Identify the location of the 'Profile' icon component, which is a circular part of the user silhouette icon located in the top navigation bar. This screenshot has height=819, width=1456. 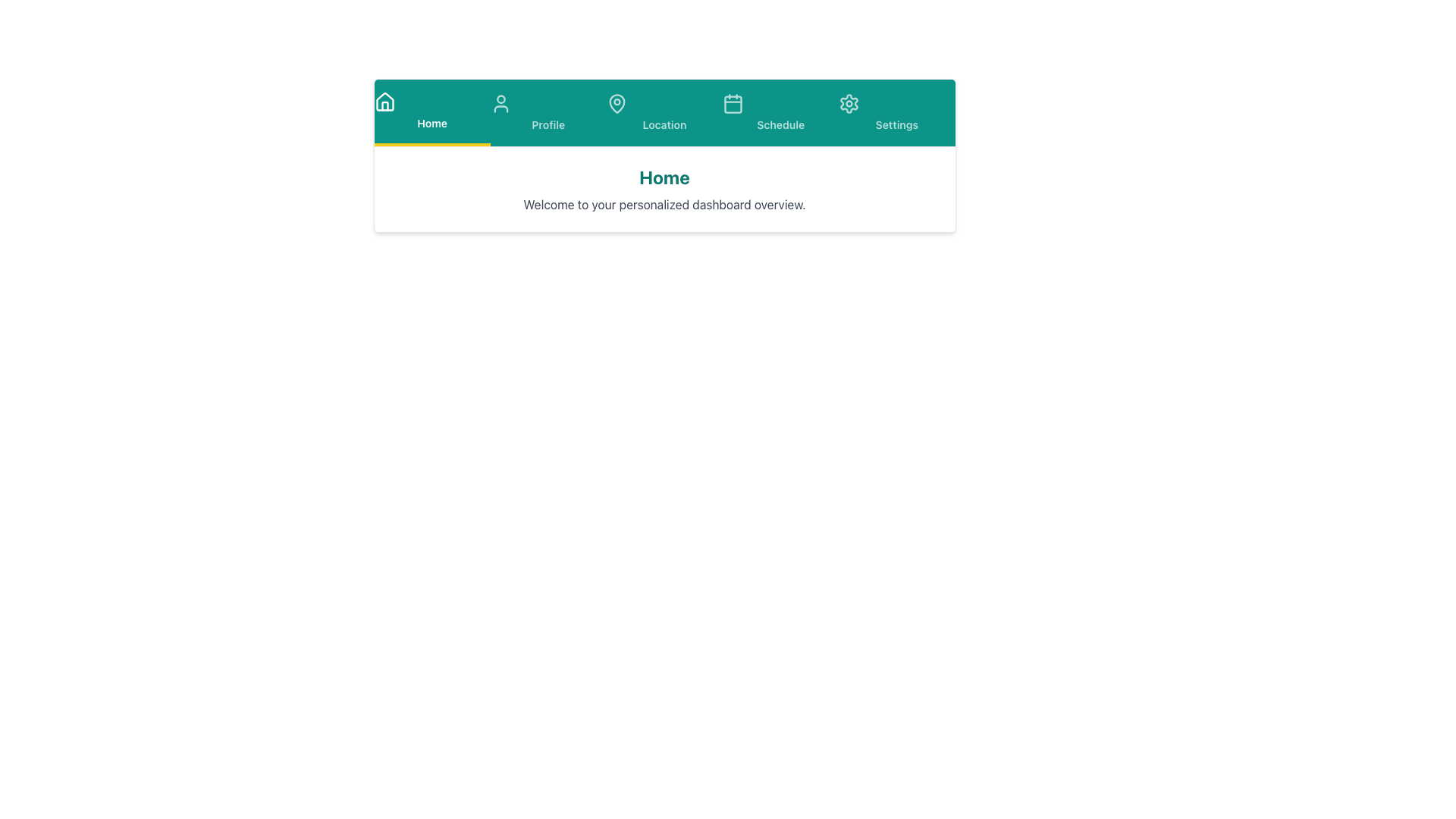
(500, 99).